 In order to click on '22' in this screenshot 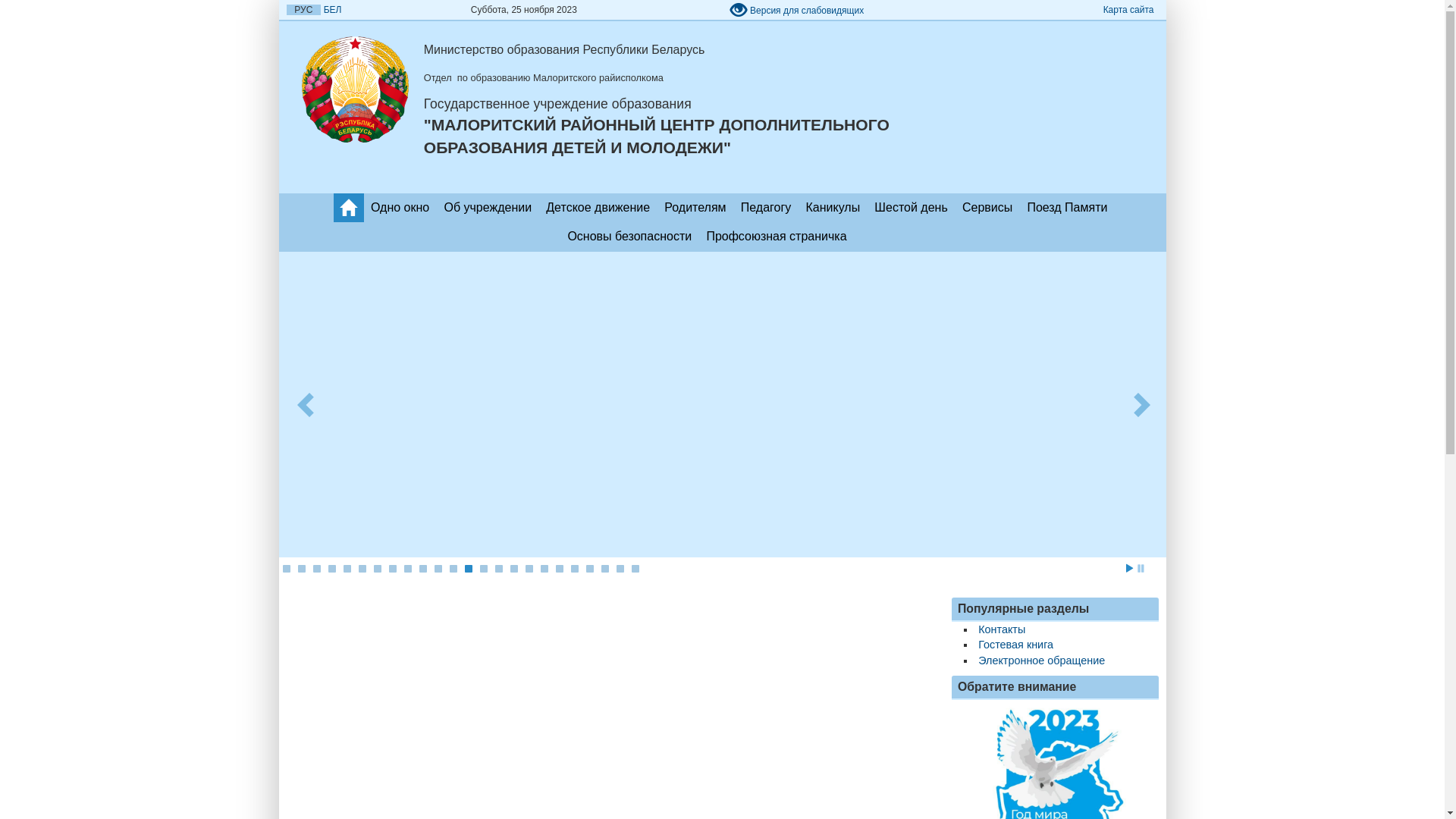, I will do `click(600, 568)`.